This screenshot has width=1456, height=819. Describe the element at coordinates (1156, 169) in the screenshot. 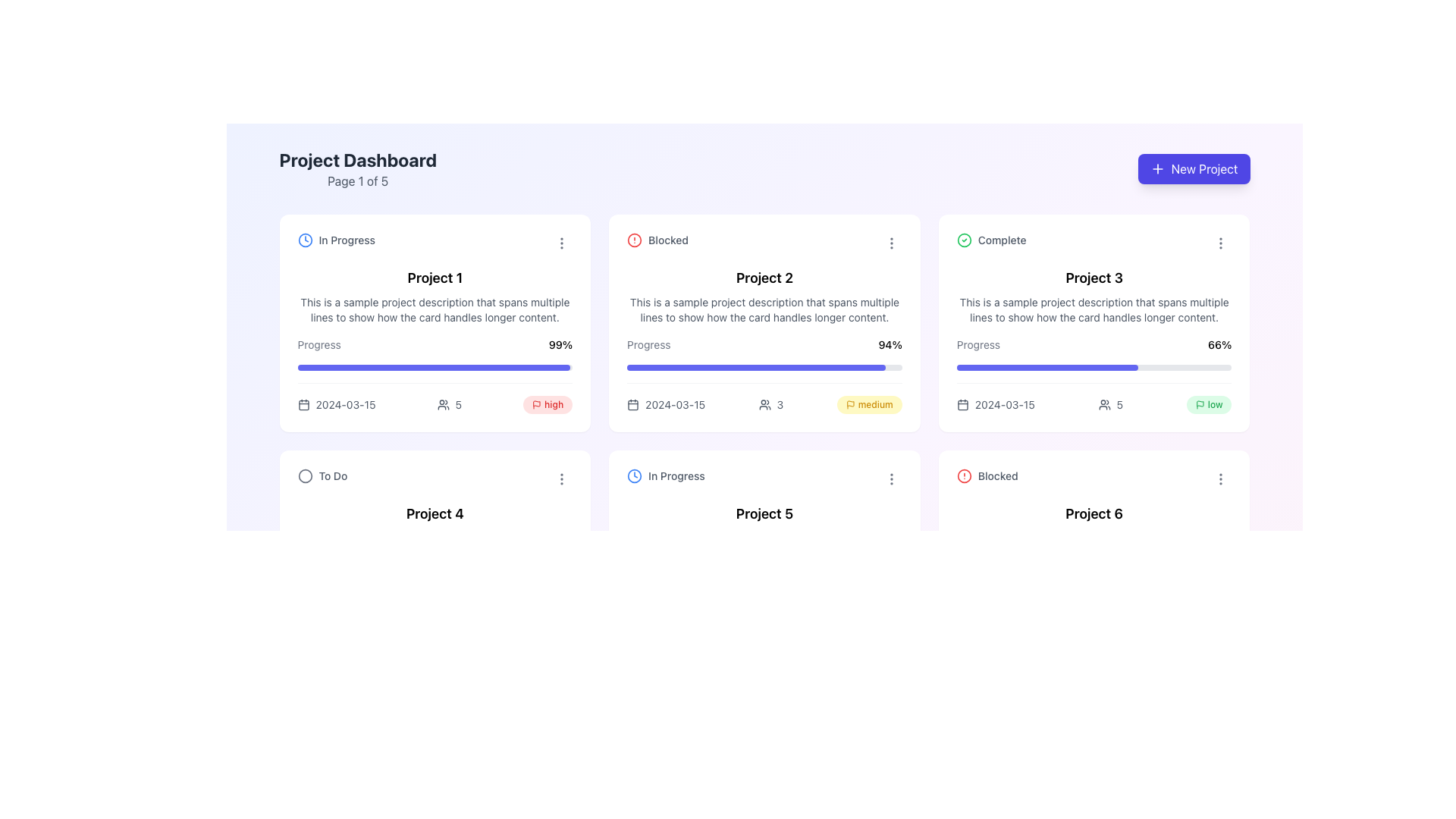

I see `the centered plus icon located within the top-right corner button labeled 'New Project'` at that location.